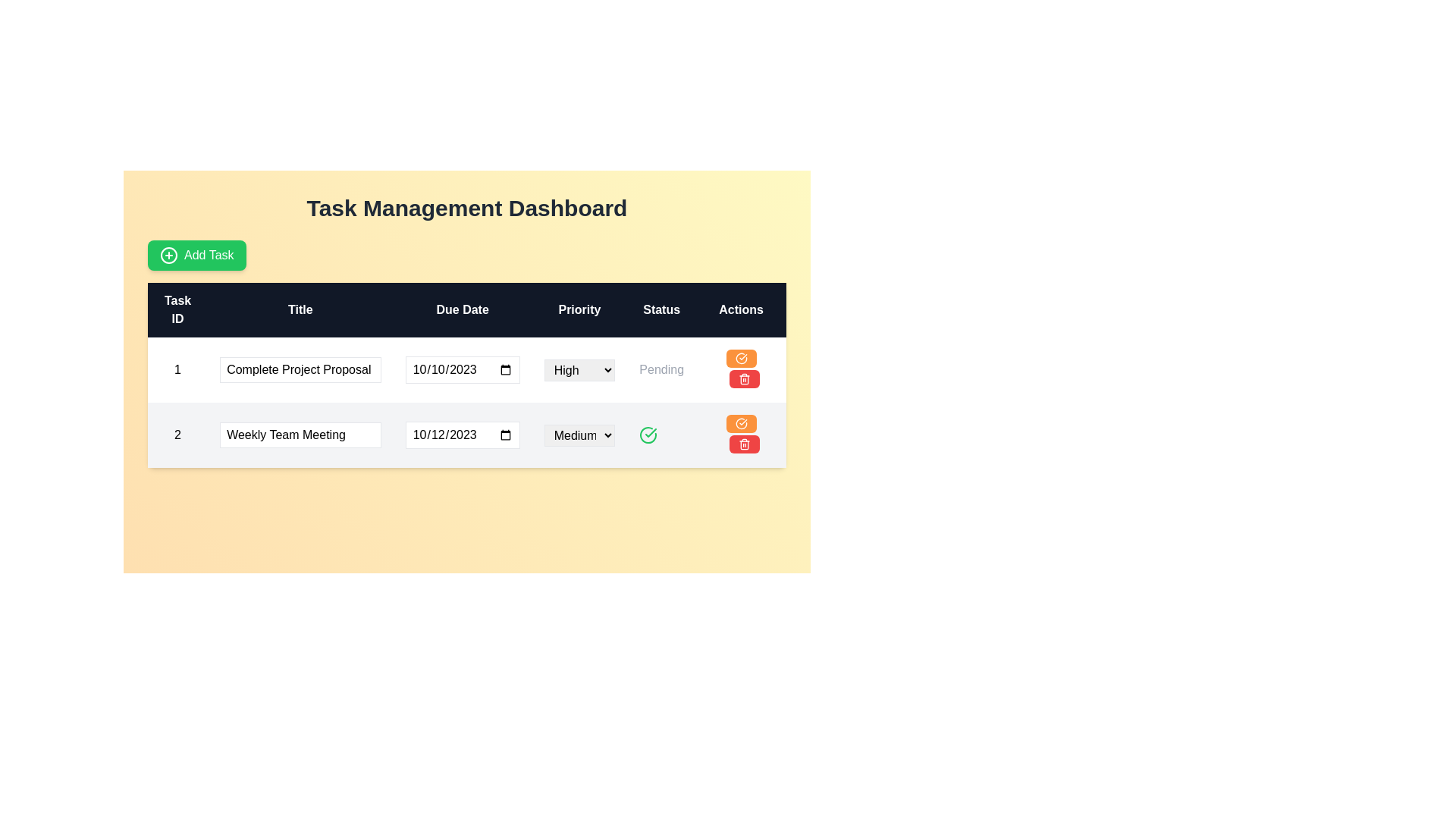 This screenshot has height=819, width=1456. What do you see at coordinates (661, 370) in the screenshot?
I see `the second cell in the 'Status' column of the first row, which indicates the current task status for 'Complete Project Proposal'` at bounding box center [661, 370].